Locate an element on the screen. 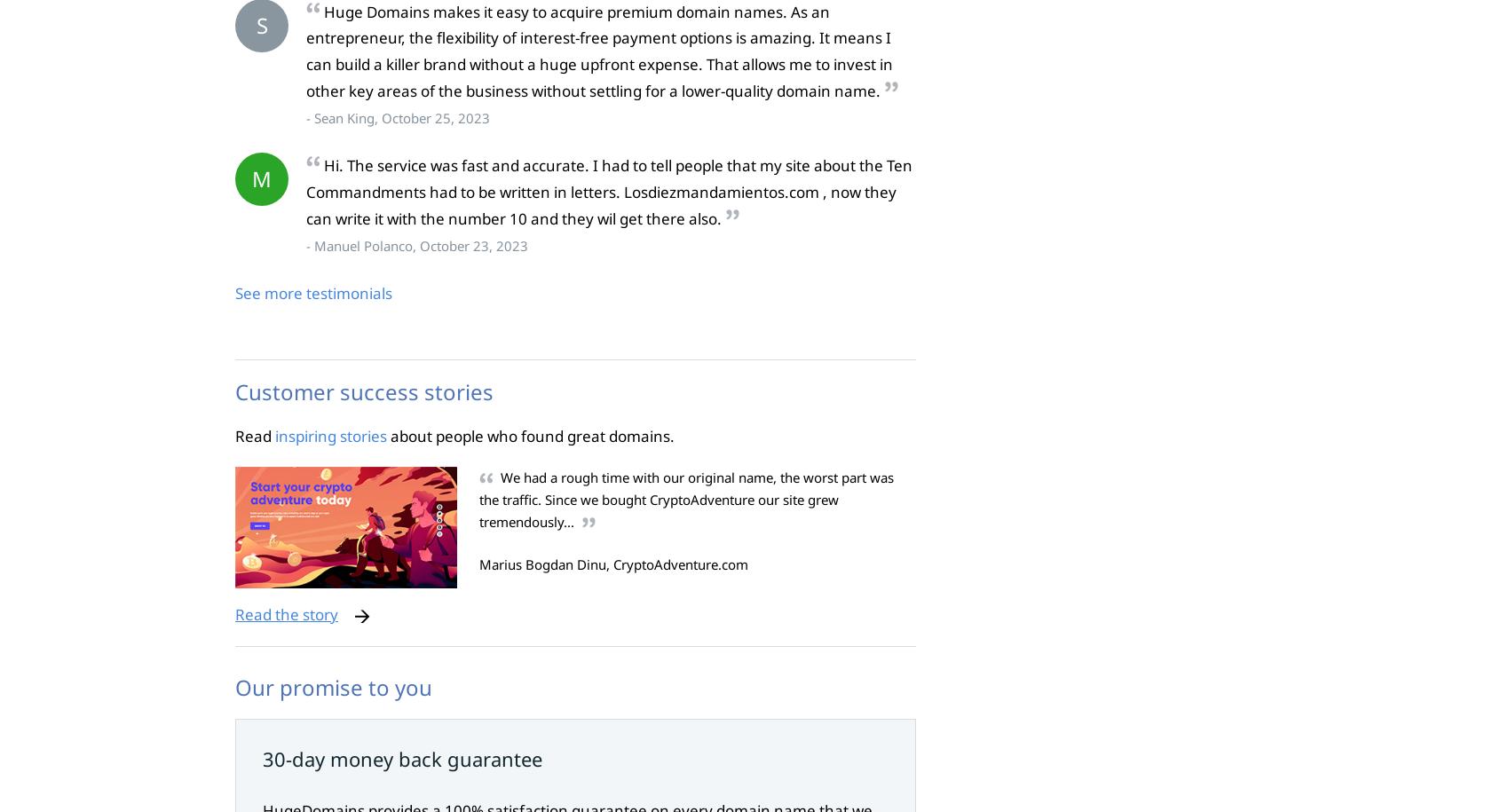  '30-day money back guarantee' is located at coordinates (402, 757).